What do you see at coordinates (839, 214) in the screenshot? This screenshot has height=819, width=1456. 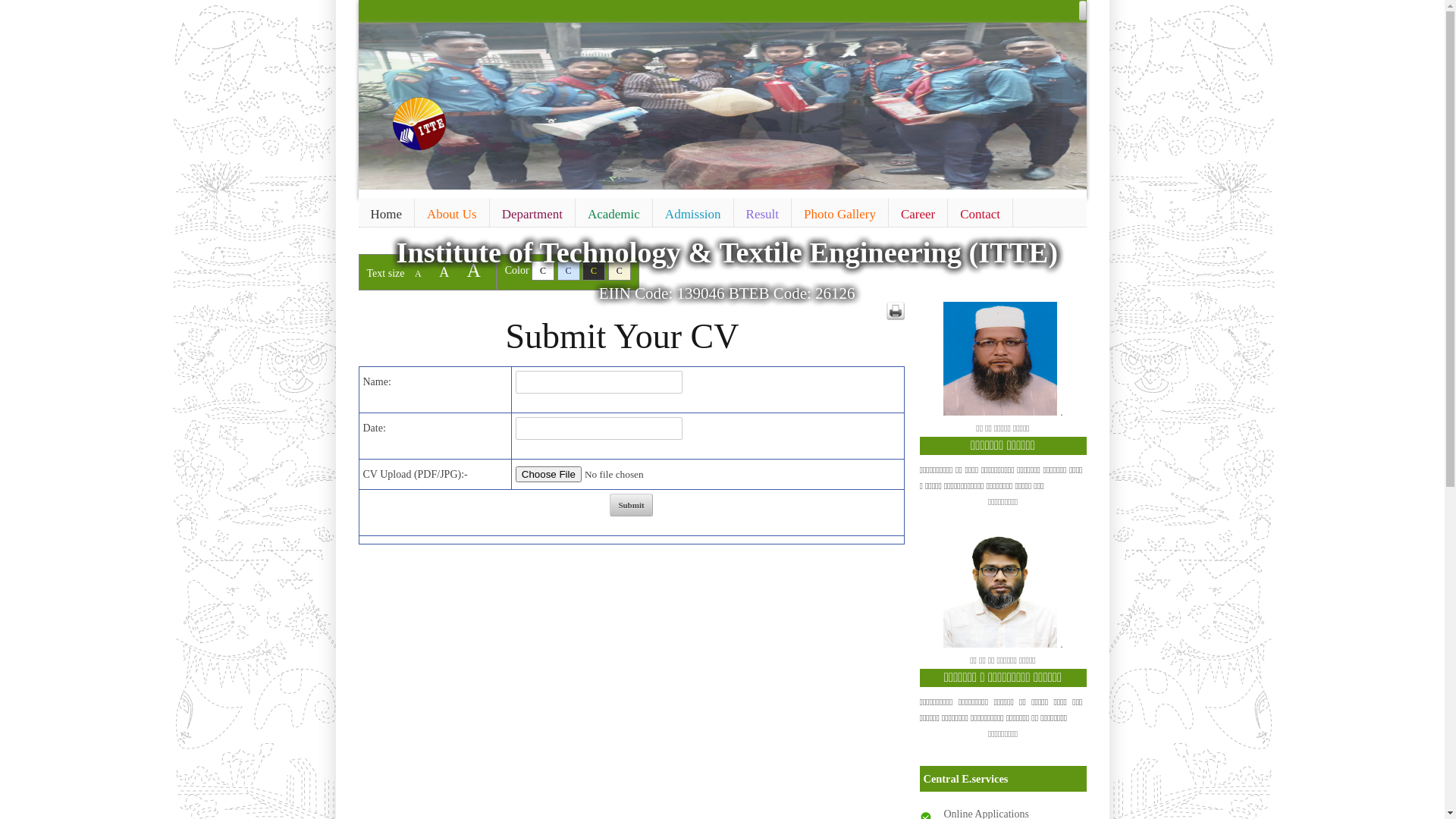 I see `'Photo Gallery'` at bounding box center [839, 214].